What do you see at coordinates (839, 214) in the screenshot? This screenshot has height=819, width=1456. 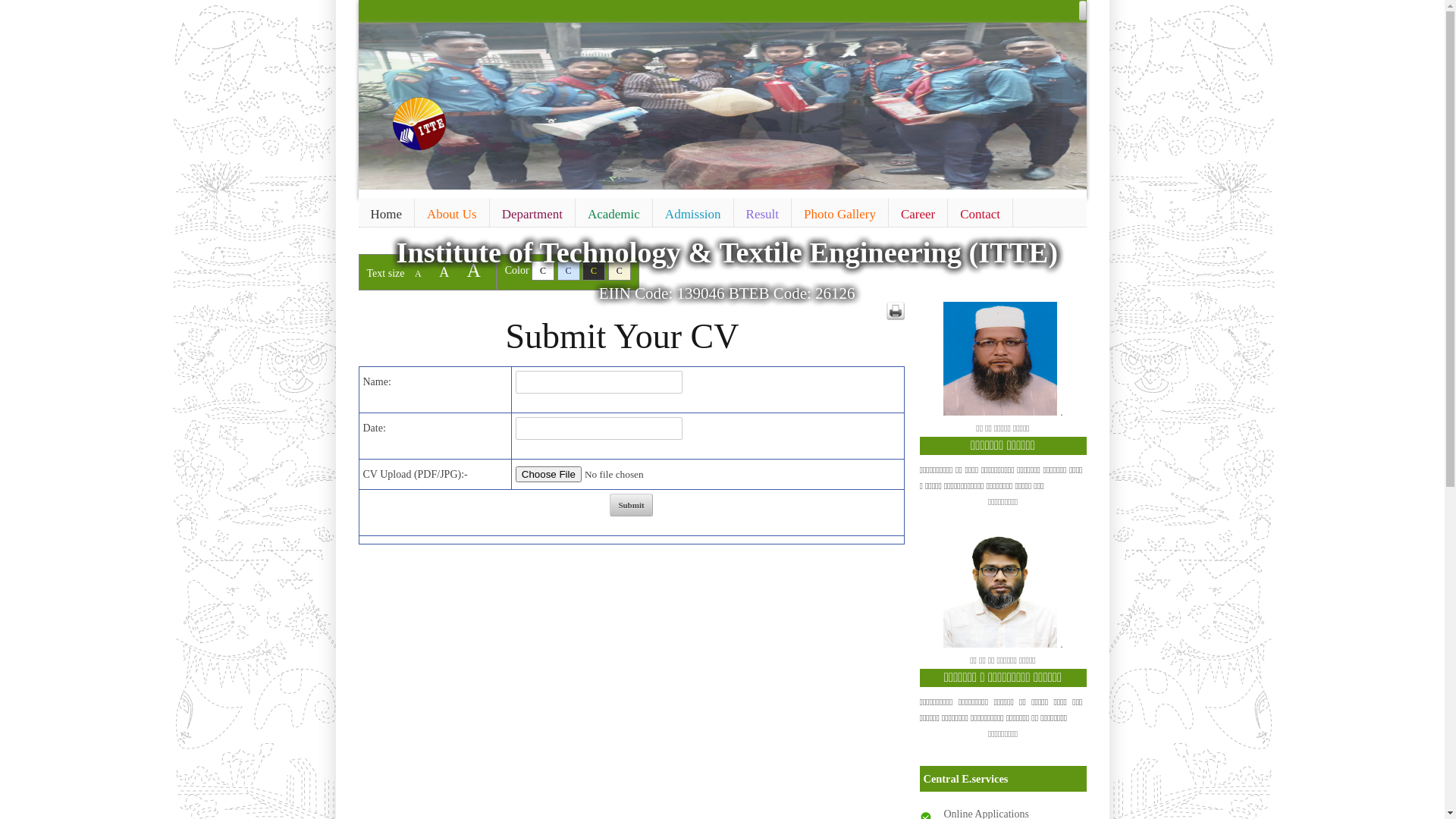 I see `'Photo Gallery'` at bounding box center [839, 214].